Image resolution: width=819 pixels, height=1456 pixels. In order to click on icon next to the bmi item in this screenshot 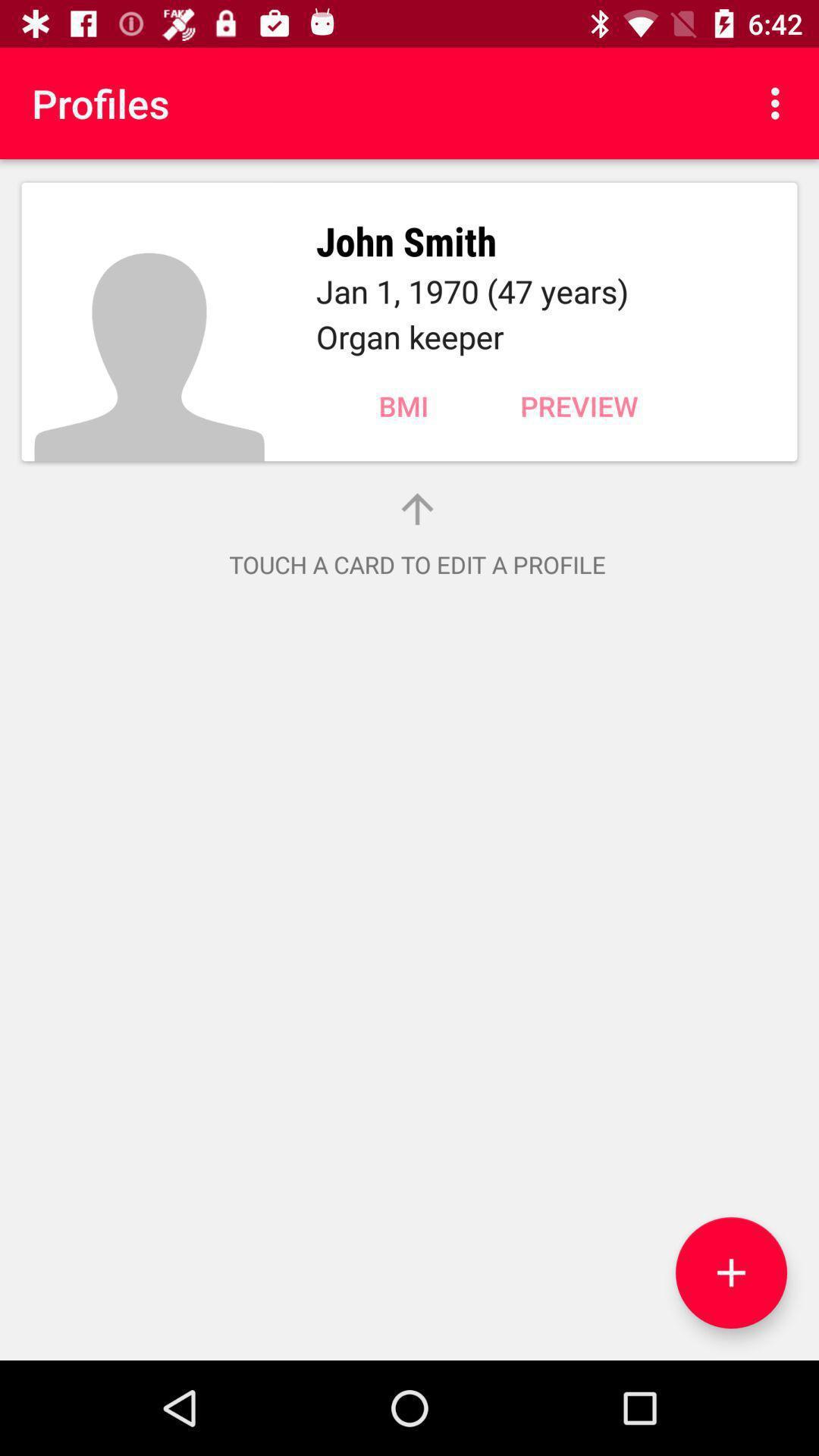, I will do `click(579, 406)`.